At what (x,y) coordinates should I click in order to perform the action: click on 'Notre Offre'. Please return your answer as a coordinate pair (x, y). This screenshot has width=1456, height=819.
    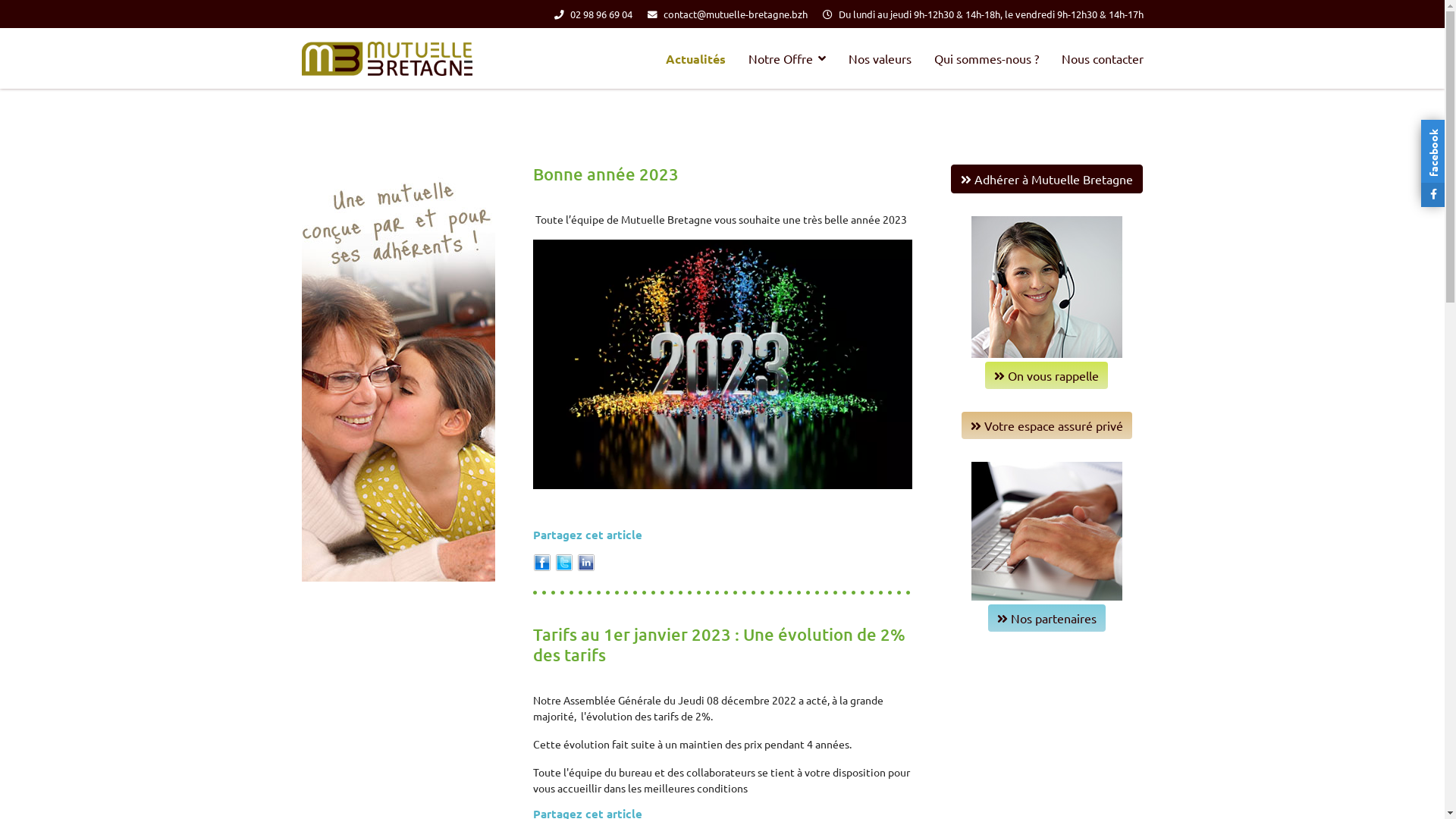
    Looking at the image, I should click on (786, 58).